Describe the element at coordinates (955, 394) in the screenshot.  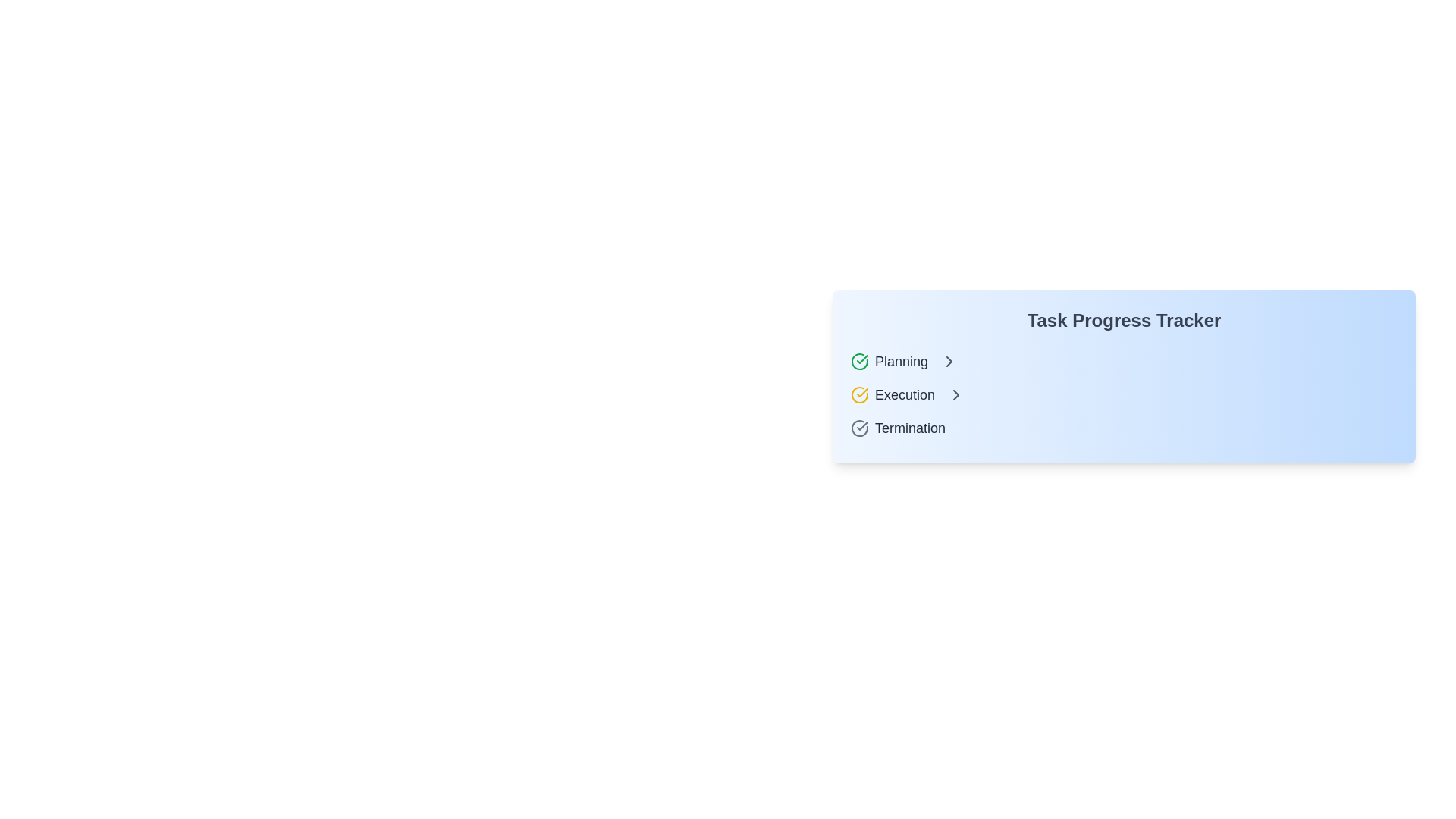
I see `the navigation icon located in the second row of the task progress tracker section, next to the 'Execution' label` at that location.